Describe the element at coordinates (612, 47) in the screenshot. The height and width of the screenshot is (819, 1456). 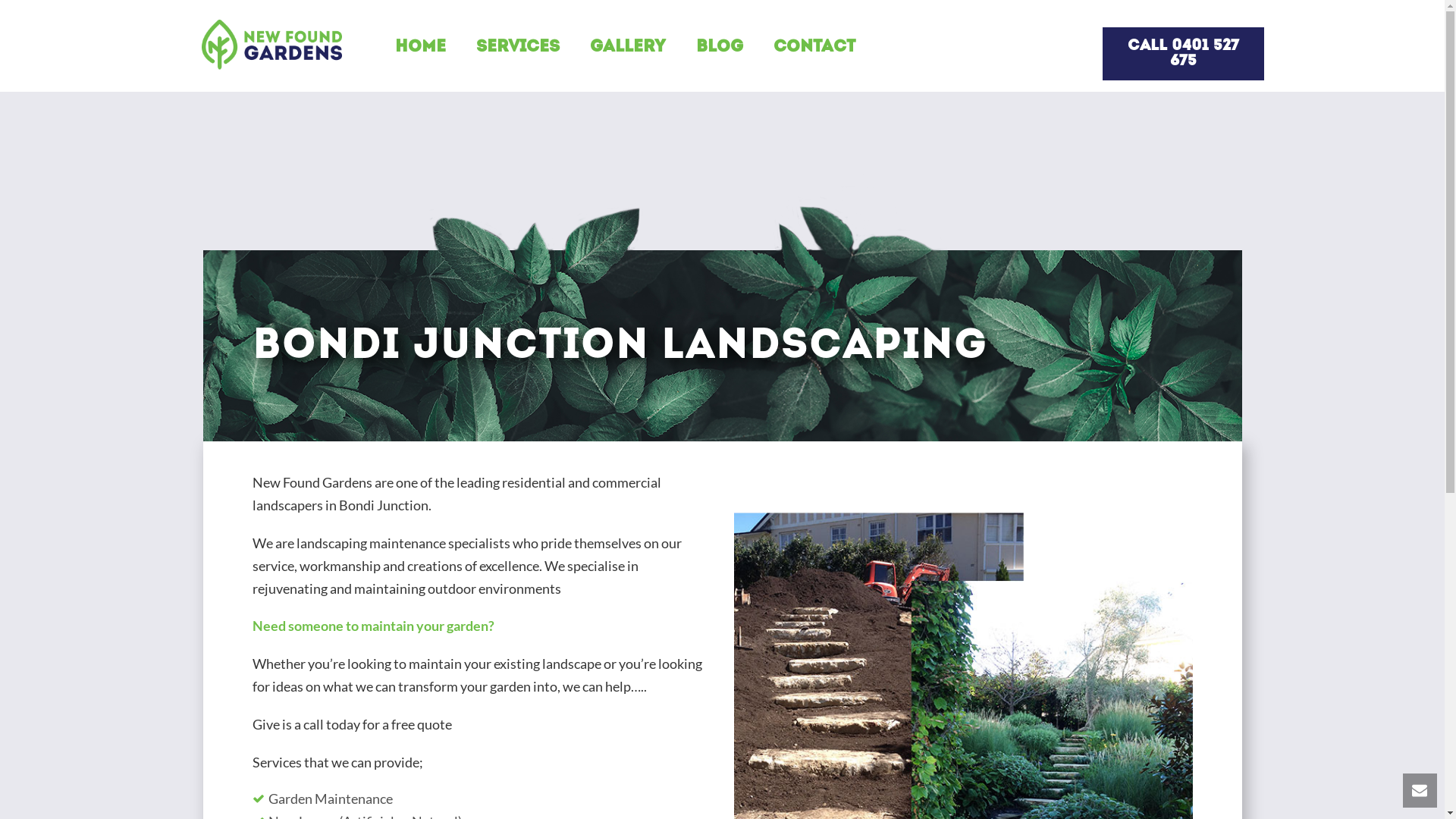
I see `'Gallery'` at that location.